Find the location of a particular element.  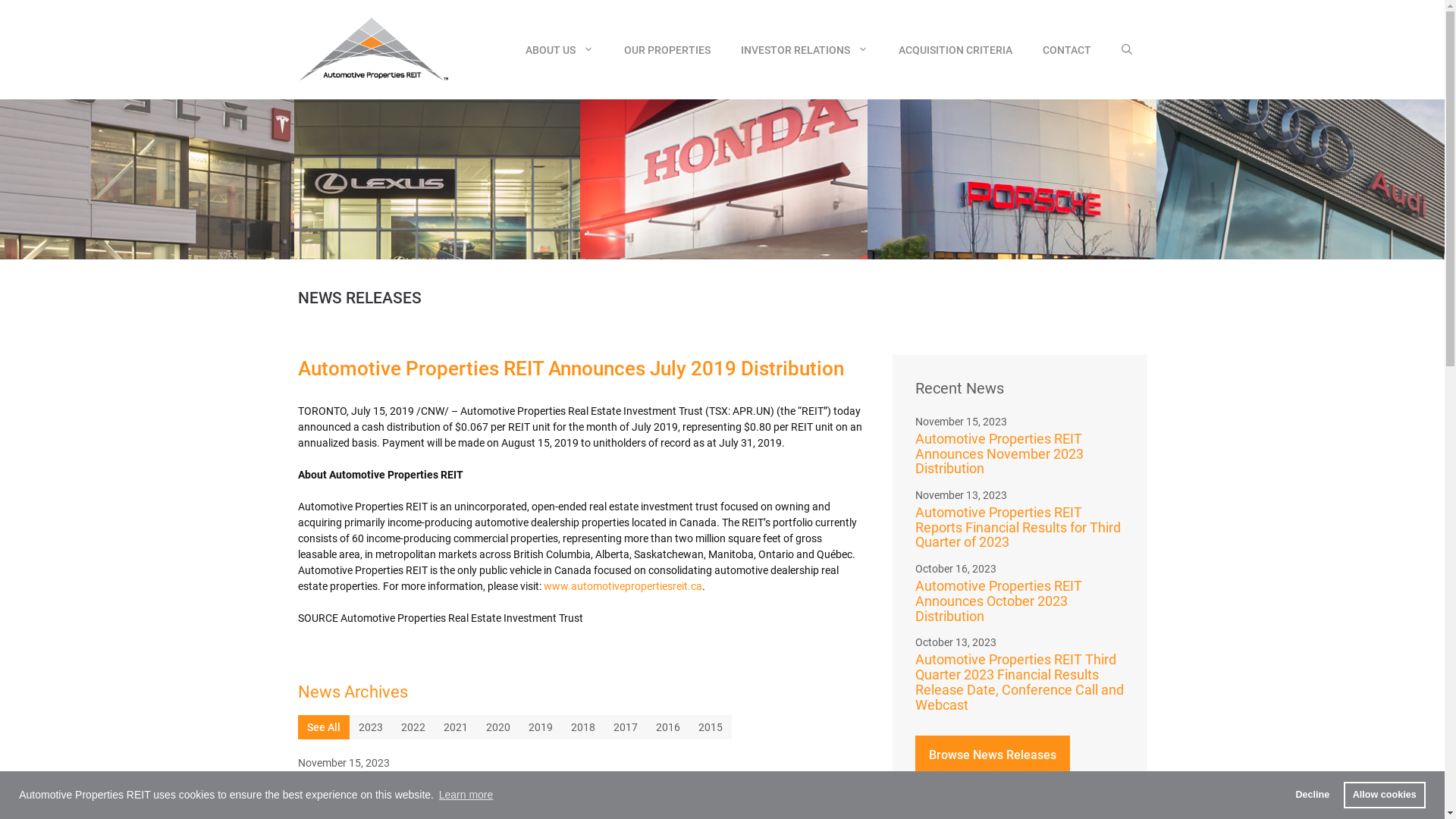

'Learn more' is located at coordinates (465, 794).